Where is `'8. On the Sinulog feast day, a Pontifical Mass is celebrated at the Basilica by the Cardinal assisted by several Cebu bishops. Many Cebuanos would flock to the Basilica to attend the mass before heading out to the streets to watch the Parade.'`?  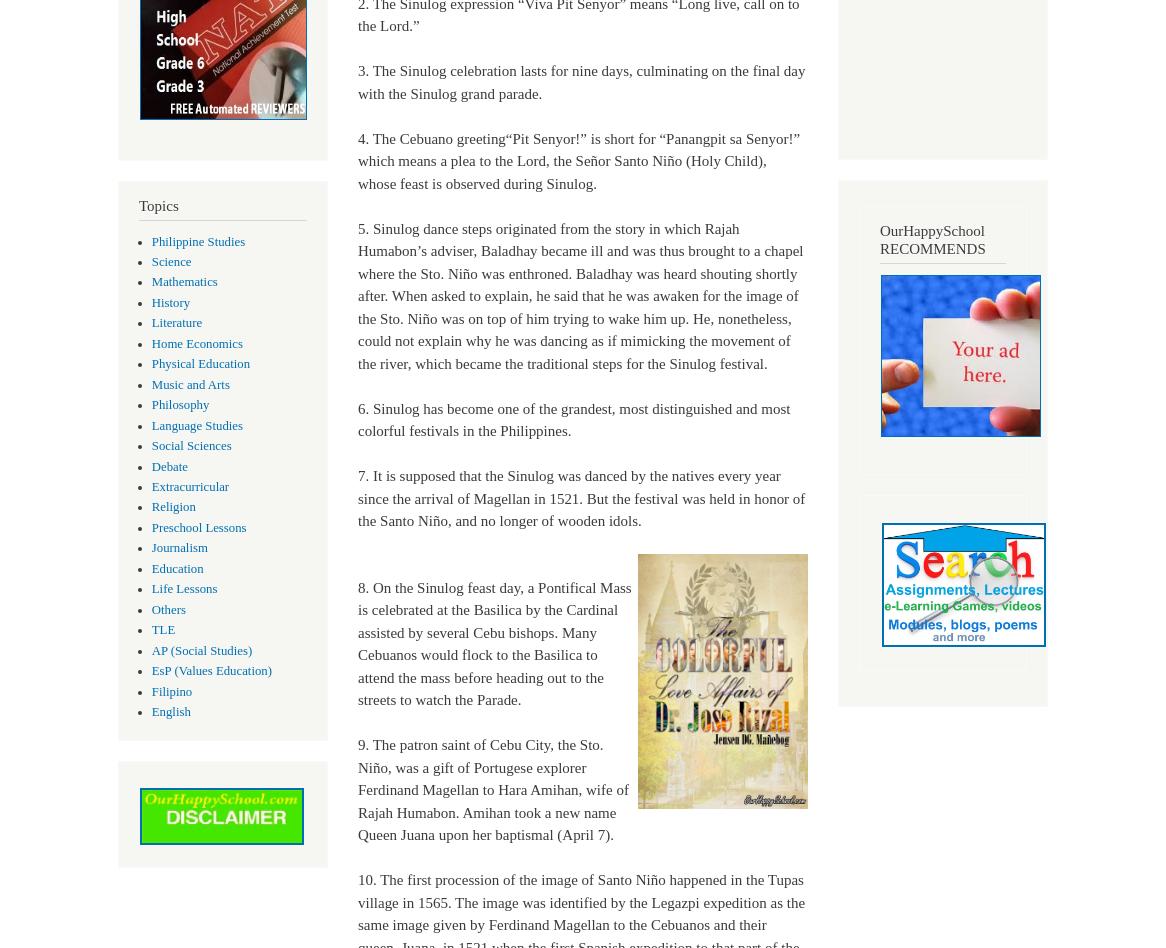
'8. On the Sinulog feast day, a Pontifical Mass is celebrated at the Basilica by the Cardinal assisted by several Cebu bishops. Many Cebuanos would flock to the Basilica to attend the mass before heading out to the streets to watch the Parade.' is located at coordinates (494, 642).